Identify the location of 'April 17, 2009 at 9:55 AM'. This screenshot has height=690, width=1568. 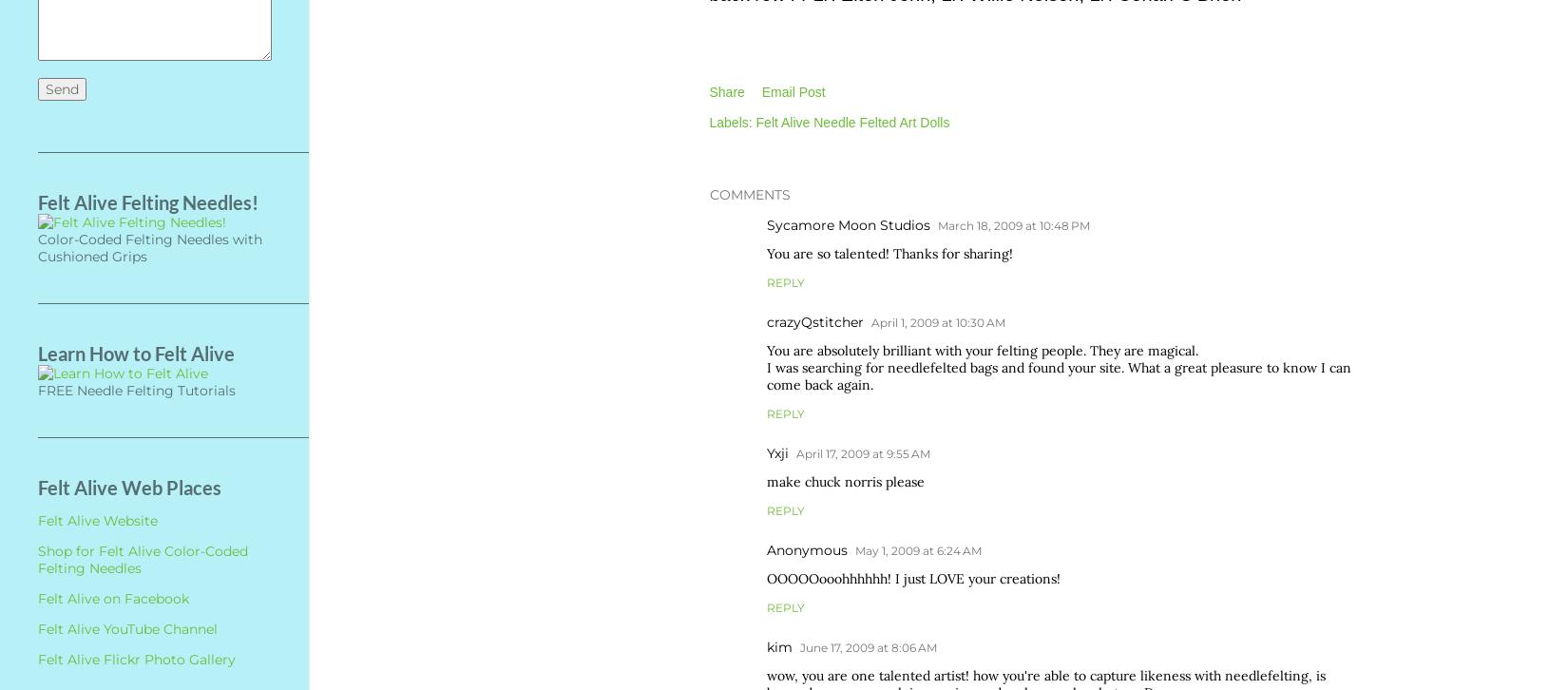
(862, 452).